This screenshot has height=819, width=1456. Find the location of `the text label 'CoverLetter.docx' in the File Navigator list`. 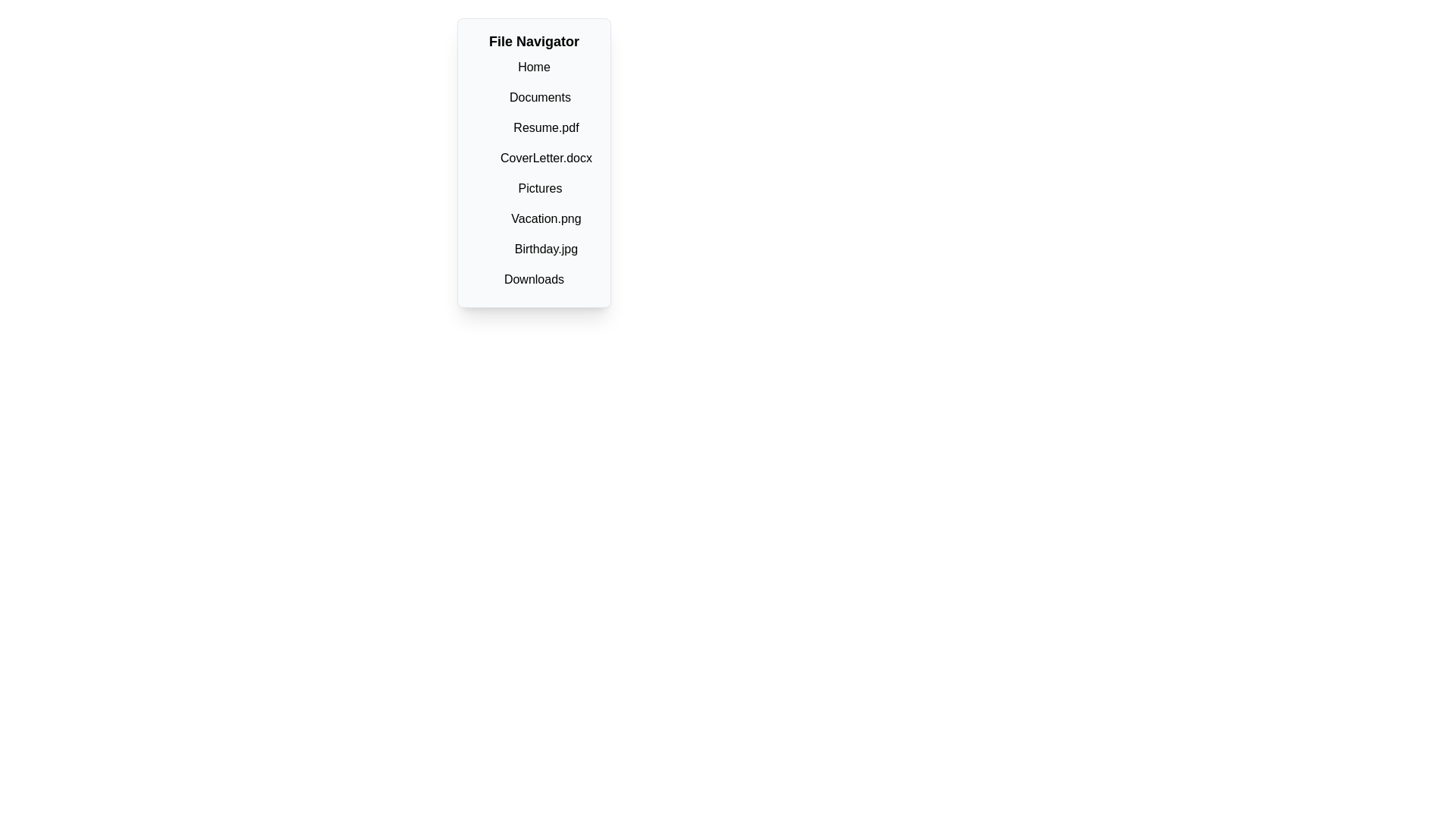

the text label 'CoverLetter.docx' in the File Navigator list is located at coordinates (546, 158).